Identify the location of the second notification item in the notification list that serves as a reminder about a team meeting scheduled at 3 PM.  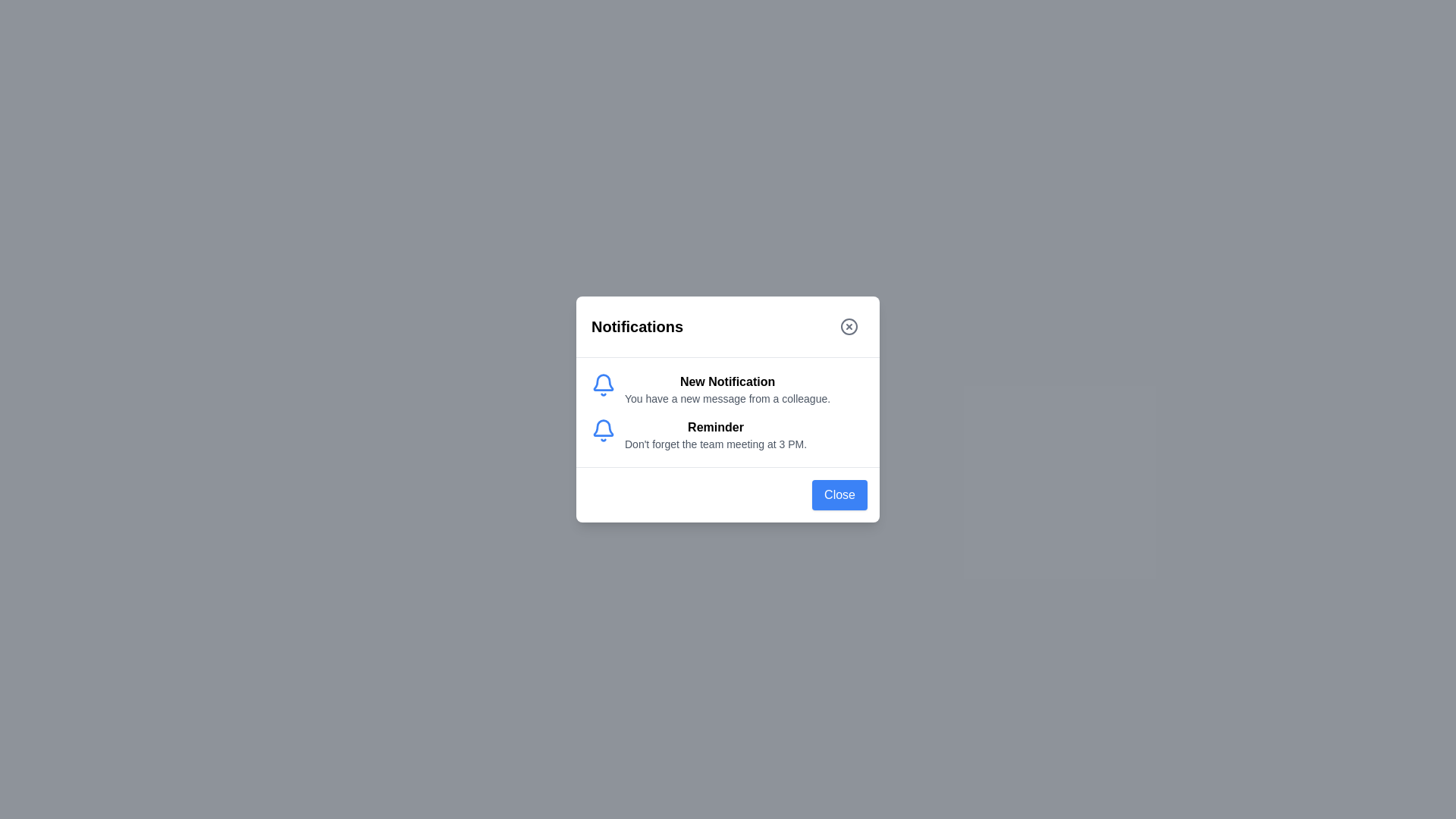
(728, 435).